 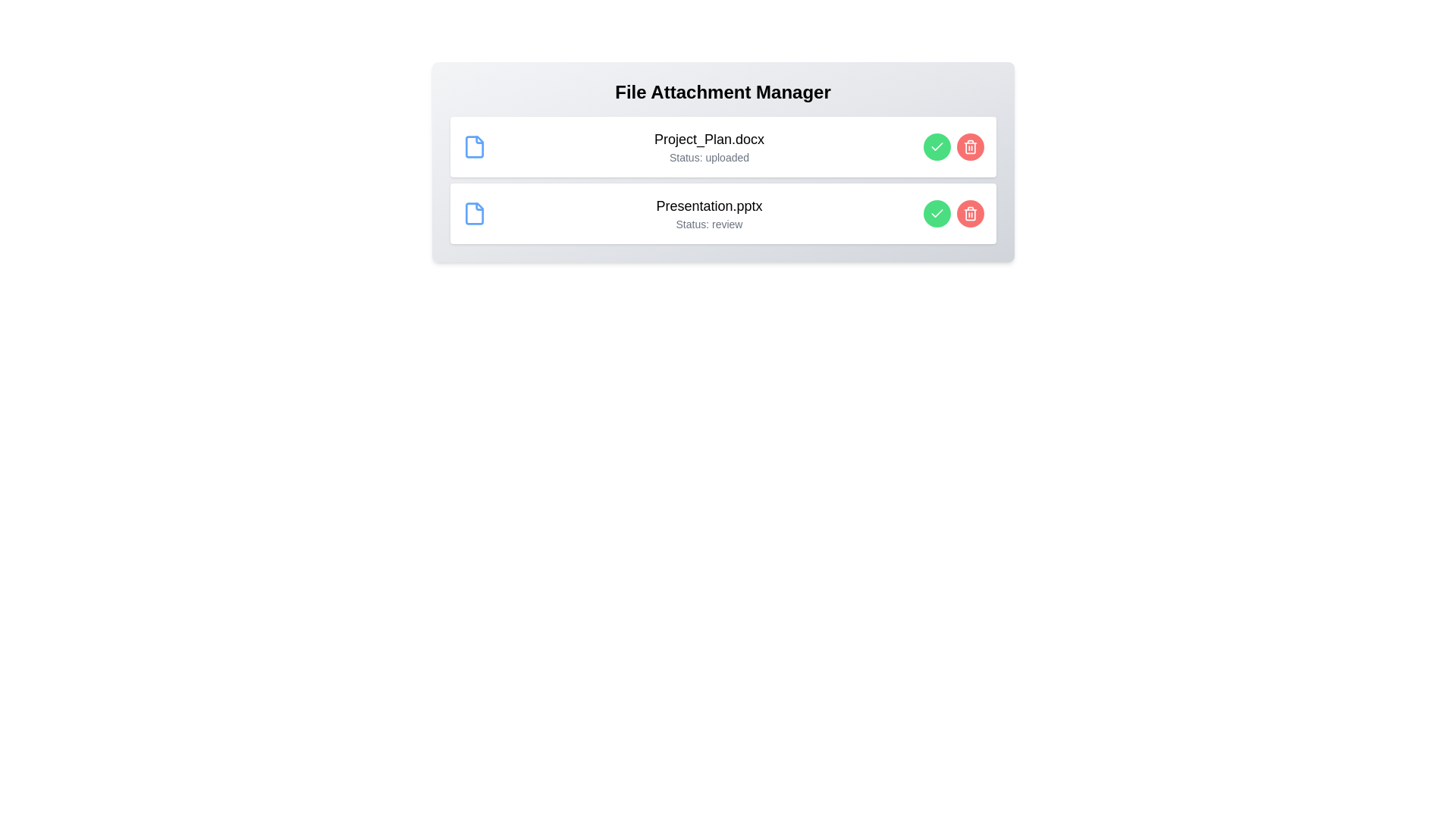 I want to click on the 'Remove' button for the file Project_Plan.docx, so click(x=969, y=146).